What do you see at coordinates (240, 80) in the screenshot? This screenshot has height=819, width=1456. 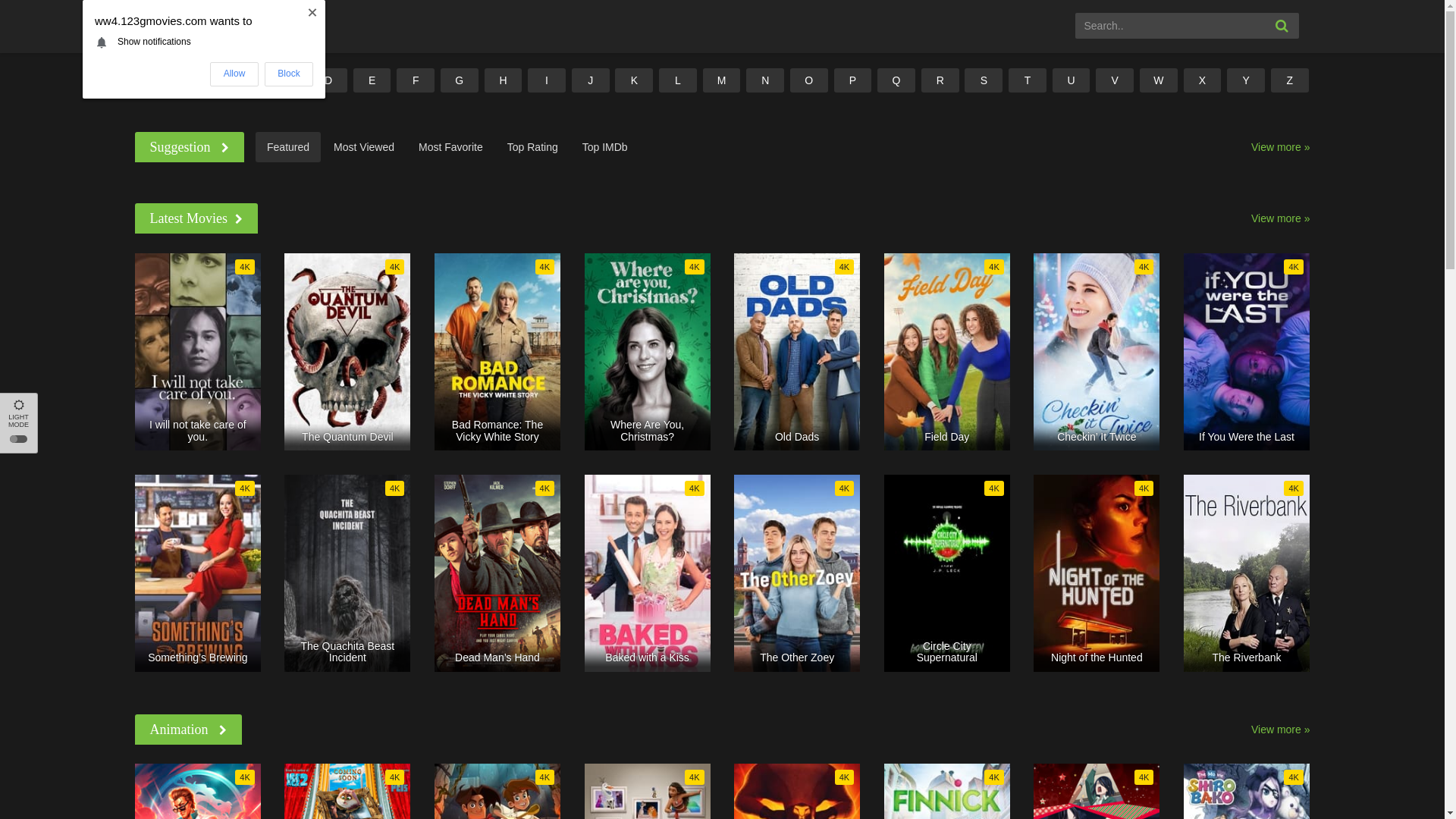 I see `'B'` at bounding box center [240, 80].